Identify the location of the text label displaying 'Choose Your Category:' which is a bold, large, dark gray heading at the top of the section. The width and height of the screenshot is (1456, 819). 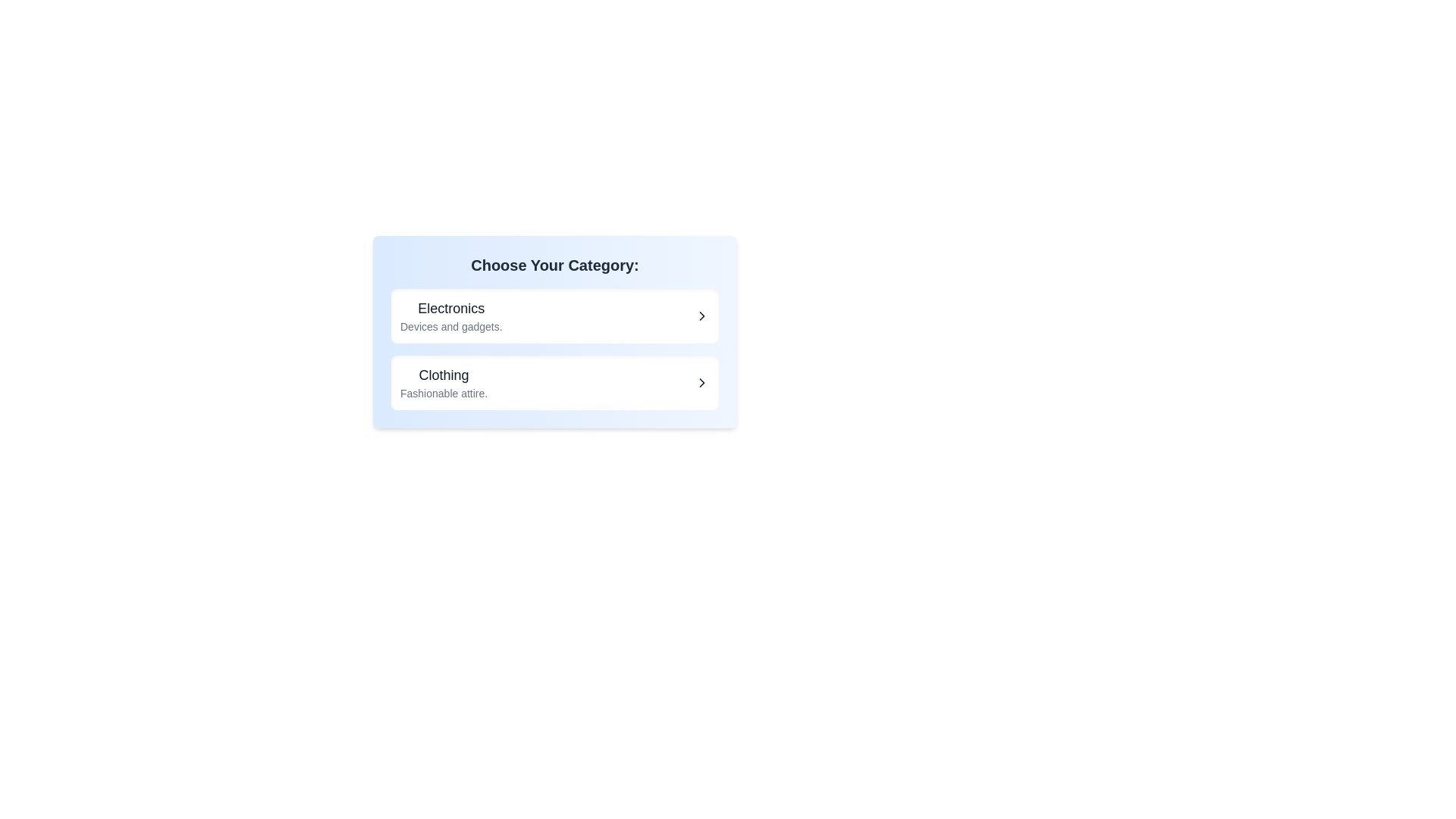
(554, 265).